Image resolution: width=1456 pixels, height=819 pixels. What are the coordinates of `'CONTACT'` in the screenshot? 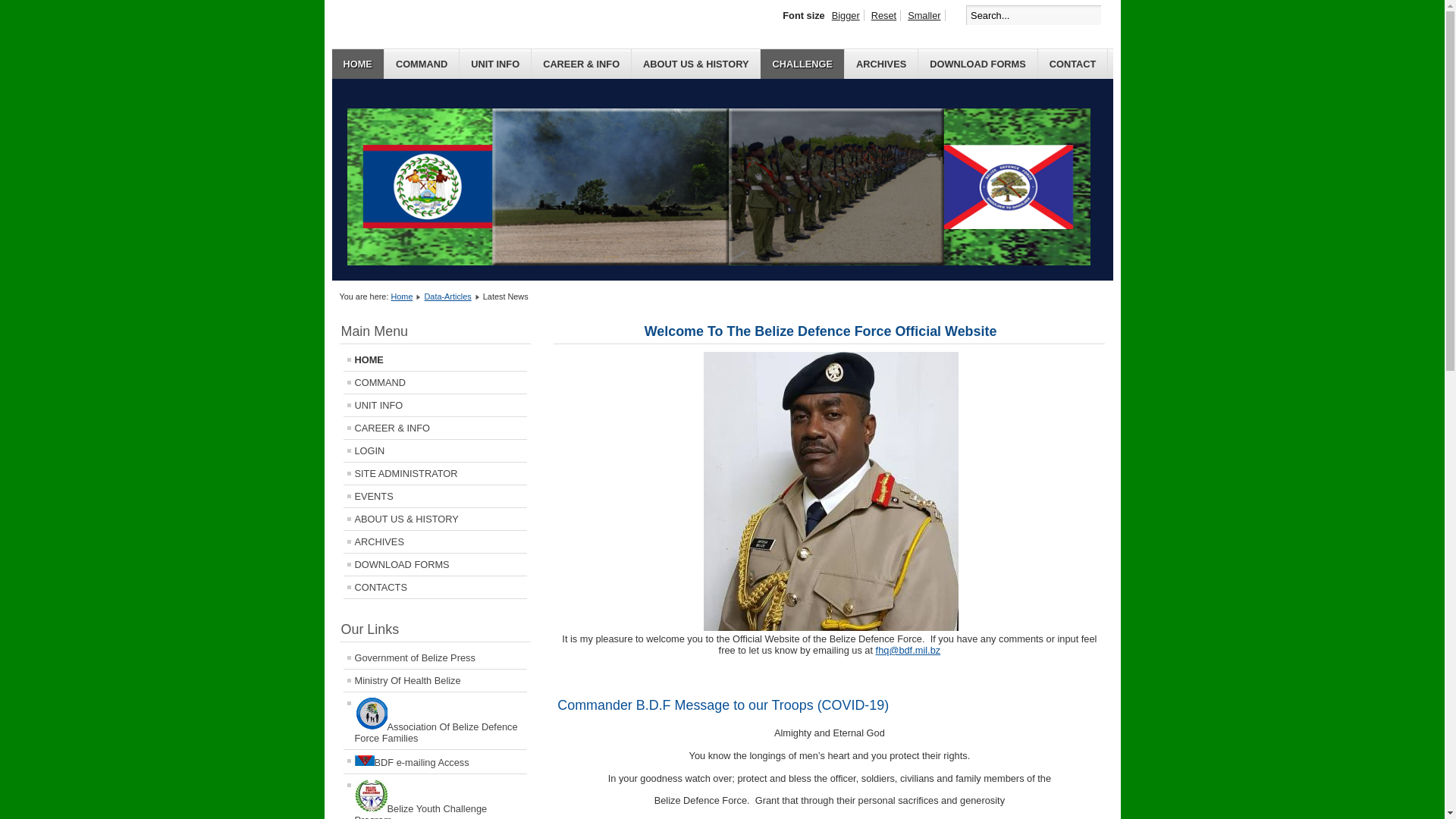 It's located at (1072, 63).